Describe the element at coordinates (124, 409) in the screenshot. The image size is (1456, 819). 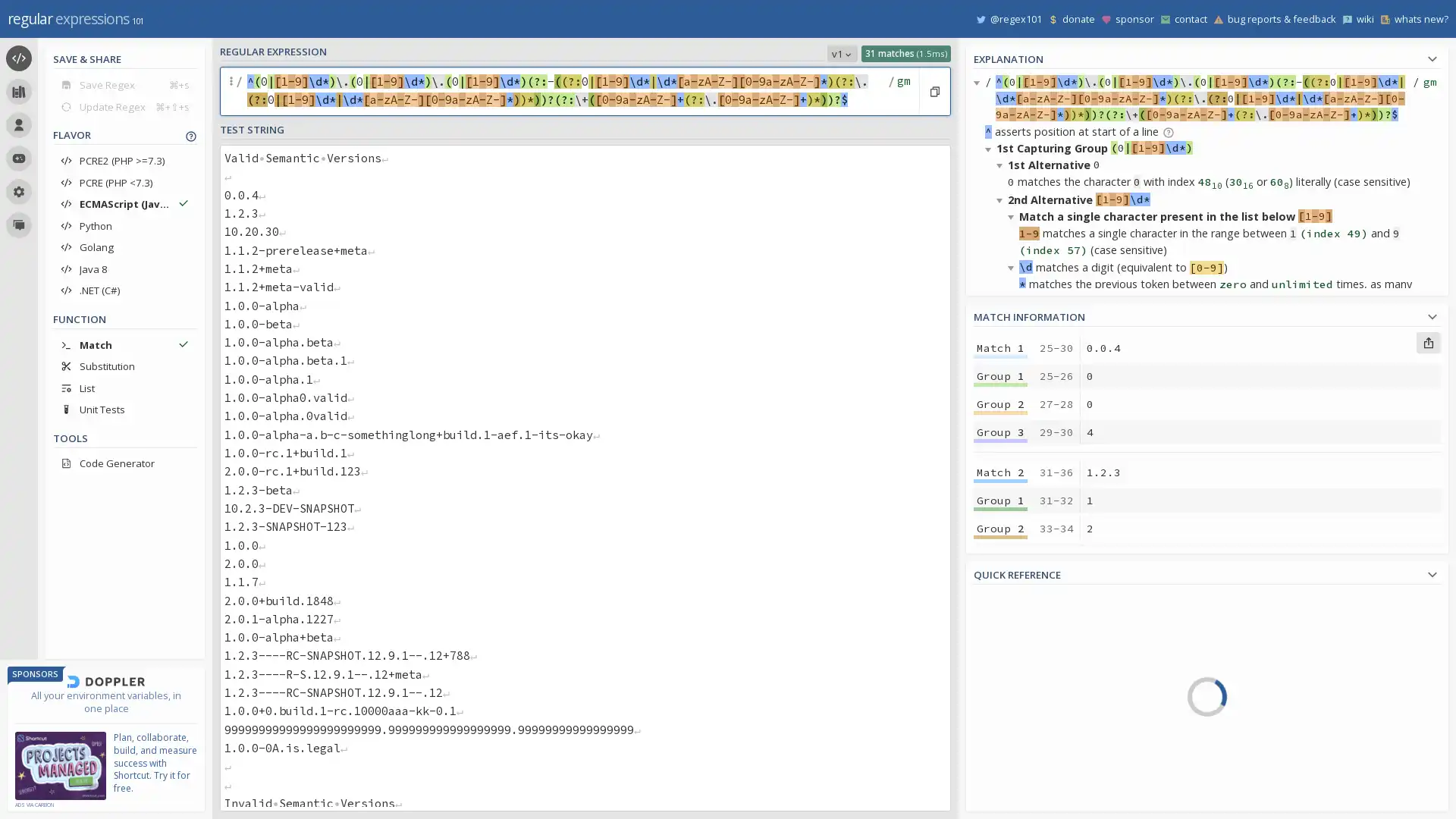
I see `Unit Tests` at that location.